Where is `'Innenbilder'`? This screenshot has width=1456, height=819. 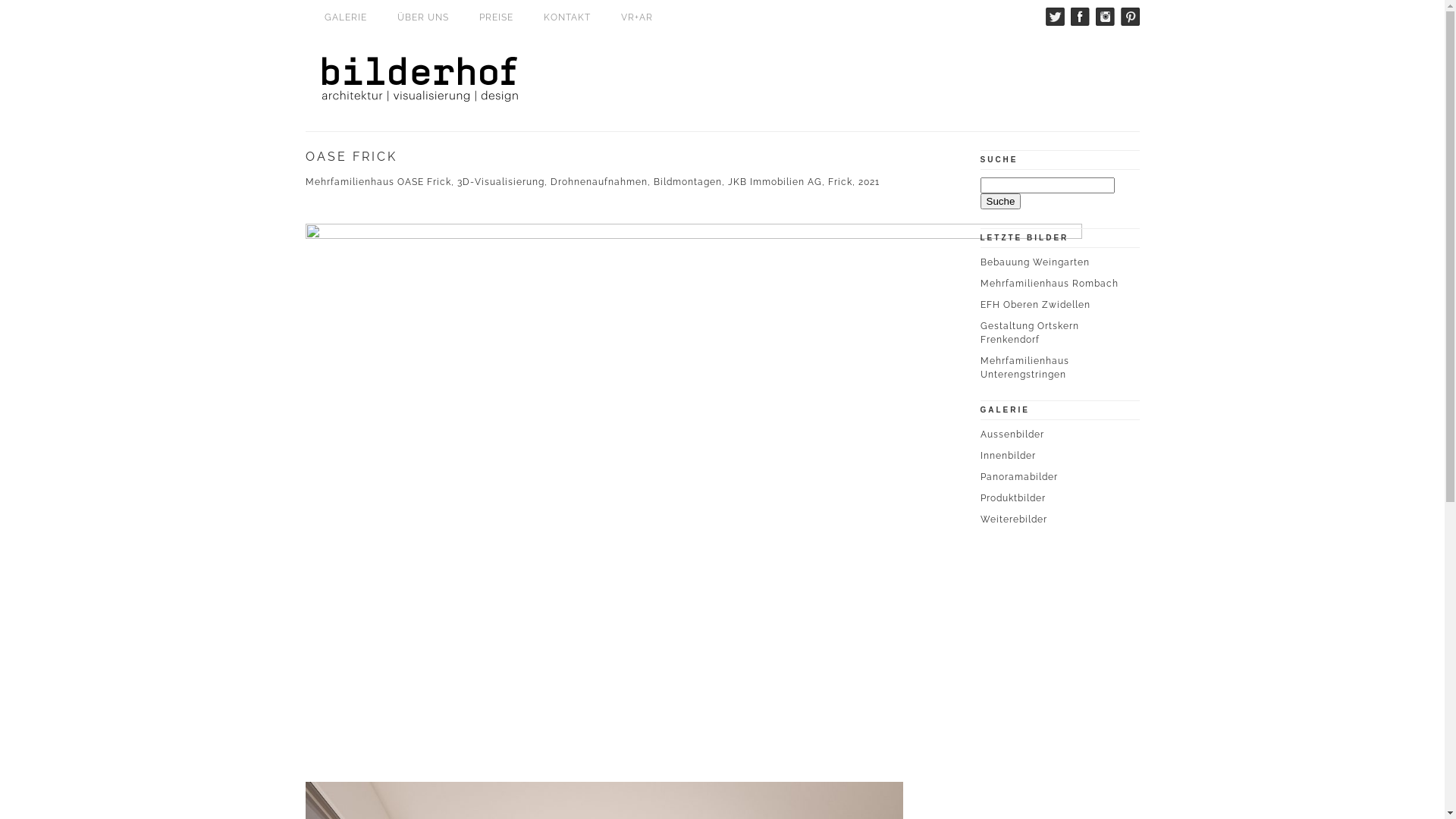 'Innenbilder' is located at coordinates (1007, 455).